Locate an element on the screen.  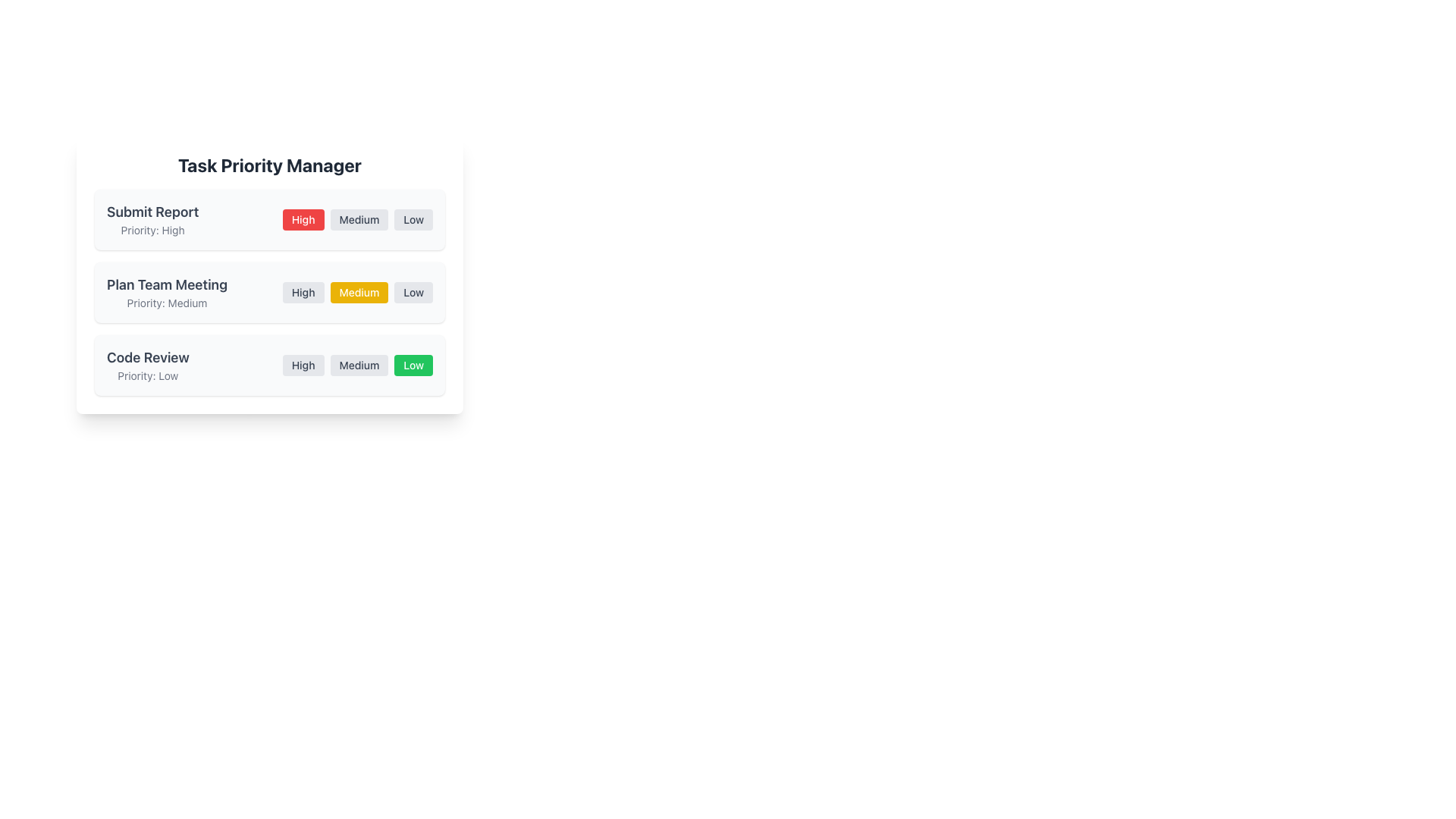
the text label displaying 'Priority: High', which is positioned below the 'Submit Report' title in the task management interface is located at coordinates (152, 231).